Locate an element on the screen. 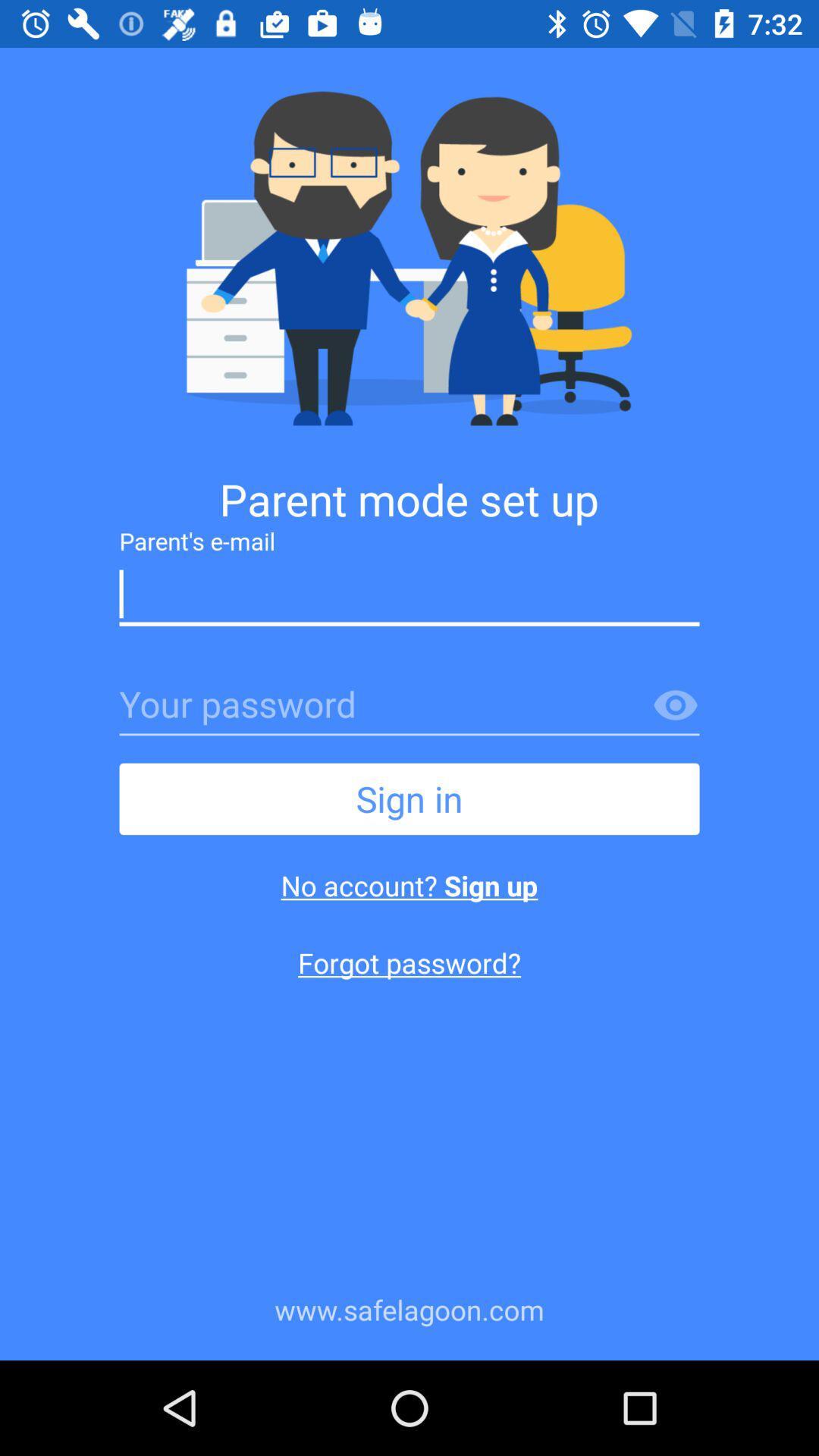 This screenshot has width=819, height=1456. password view is located at coordinates (675, 705).